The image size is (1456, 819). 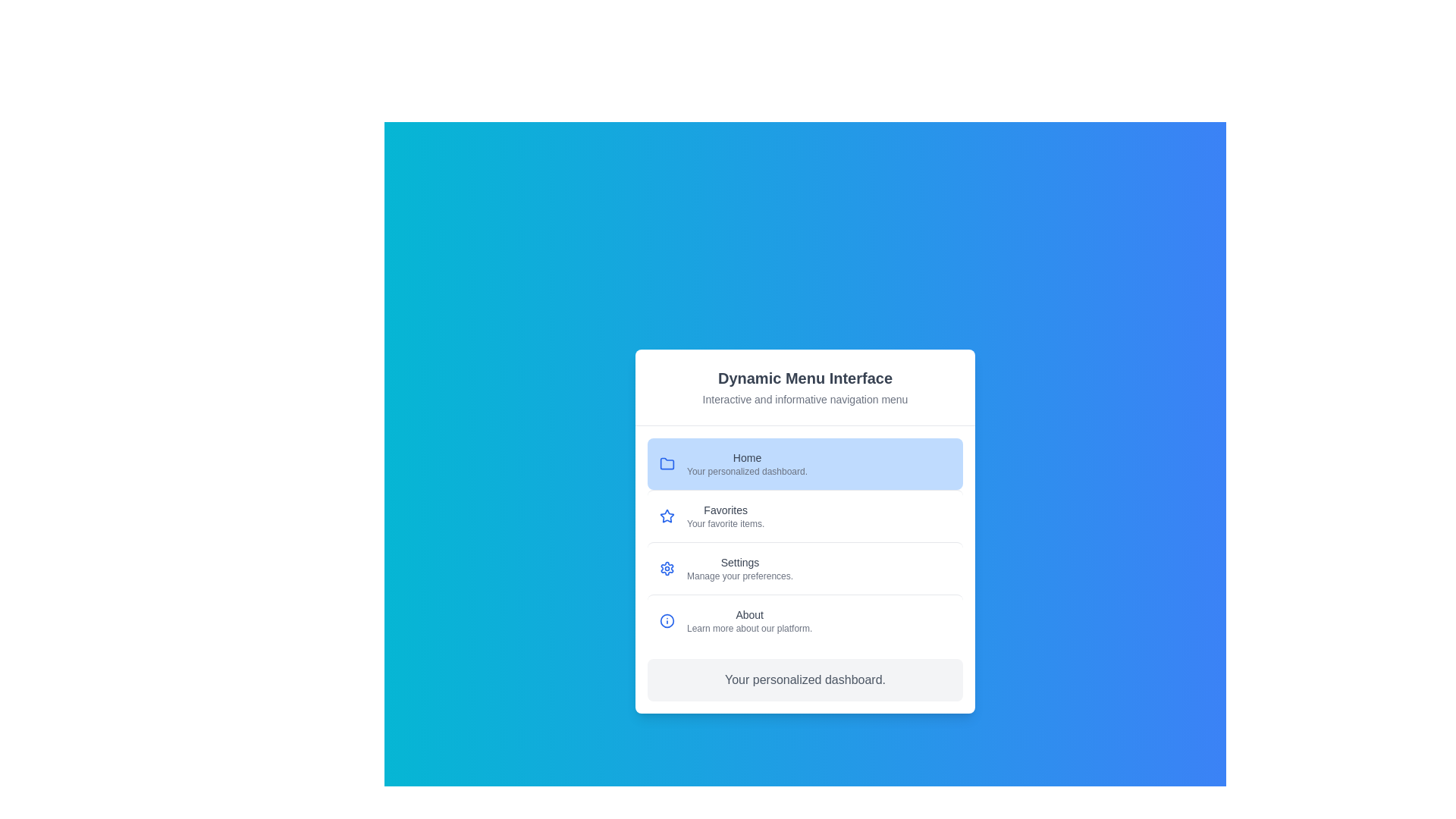 I want to click on the menu item labeled Favorites, so click(x=804, y=514).